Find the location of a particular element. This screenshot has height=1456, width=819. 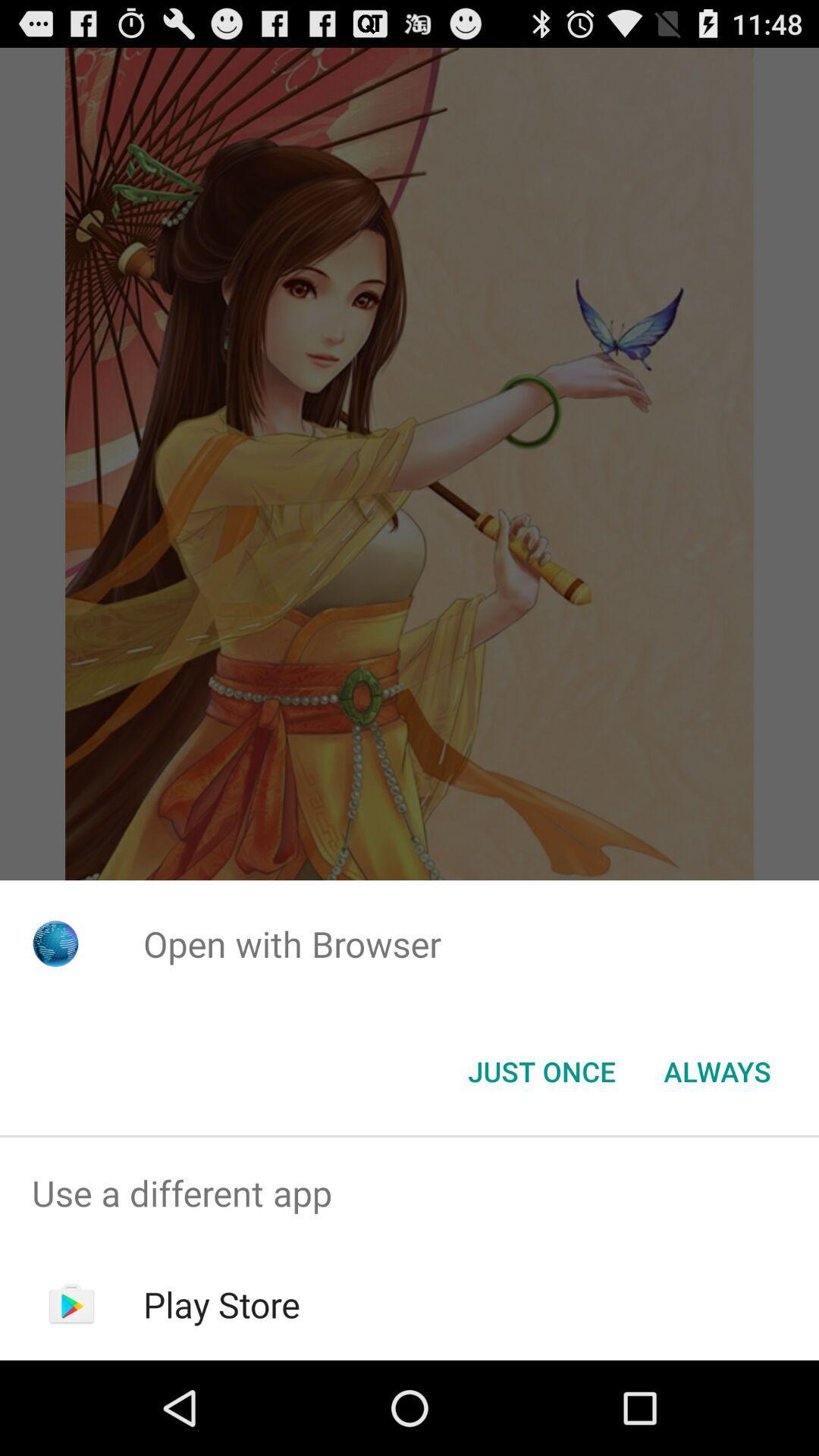

the item above the play store app is located at coordinates (409, 1192).